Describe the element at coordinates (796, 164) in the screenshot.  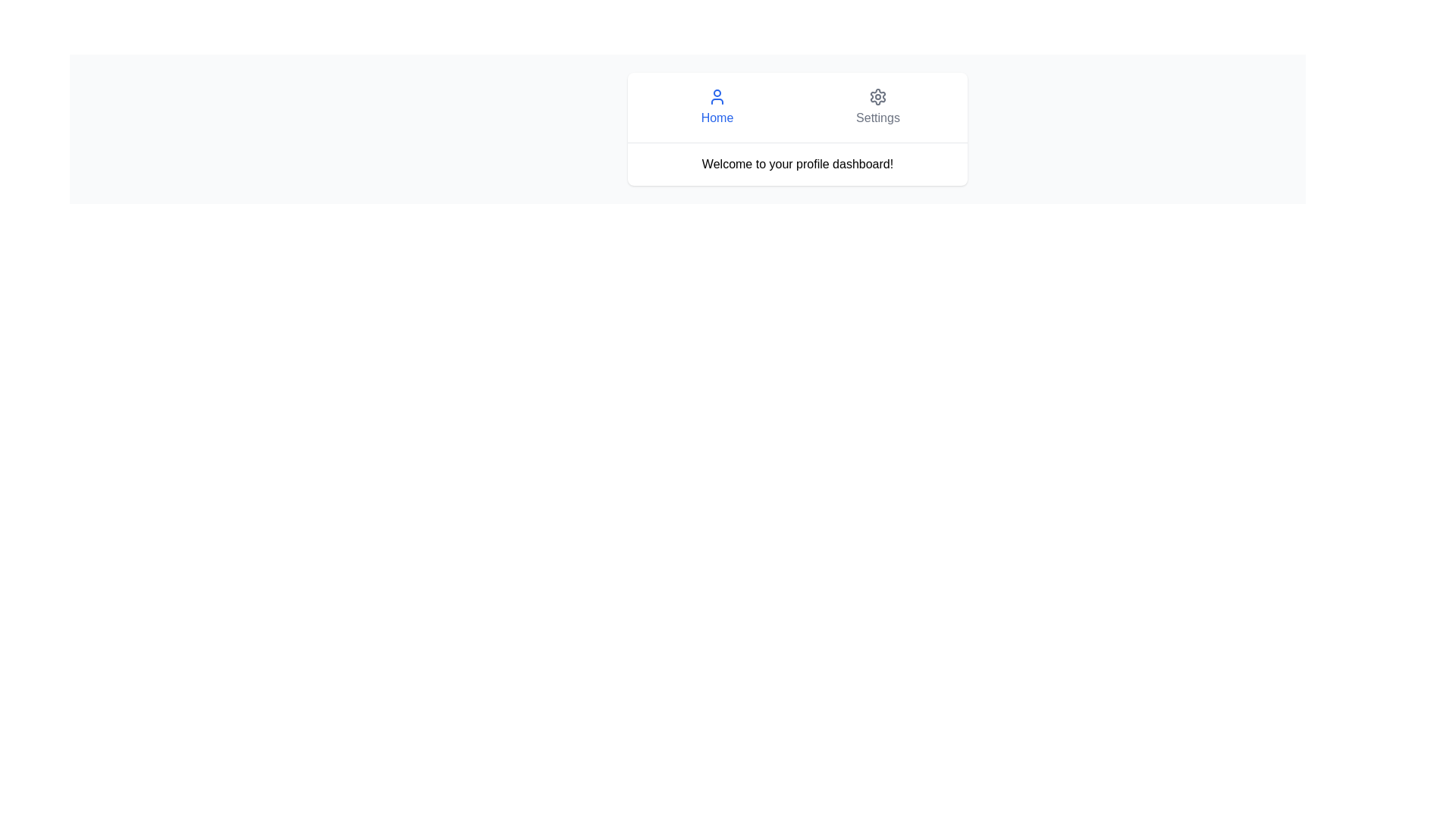
I see `the static text displaying 'Welcome to your profile dashboard!' which is centrally positioned below the 'Home' and 'Settings' navigation links` at that location.